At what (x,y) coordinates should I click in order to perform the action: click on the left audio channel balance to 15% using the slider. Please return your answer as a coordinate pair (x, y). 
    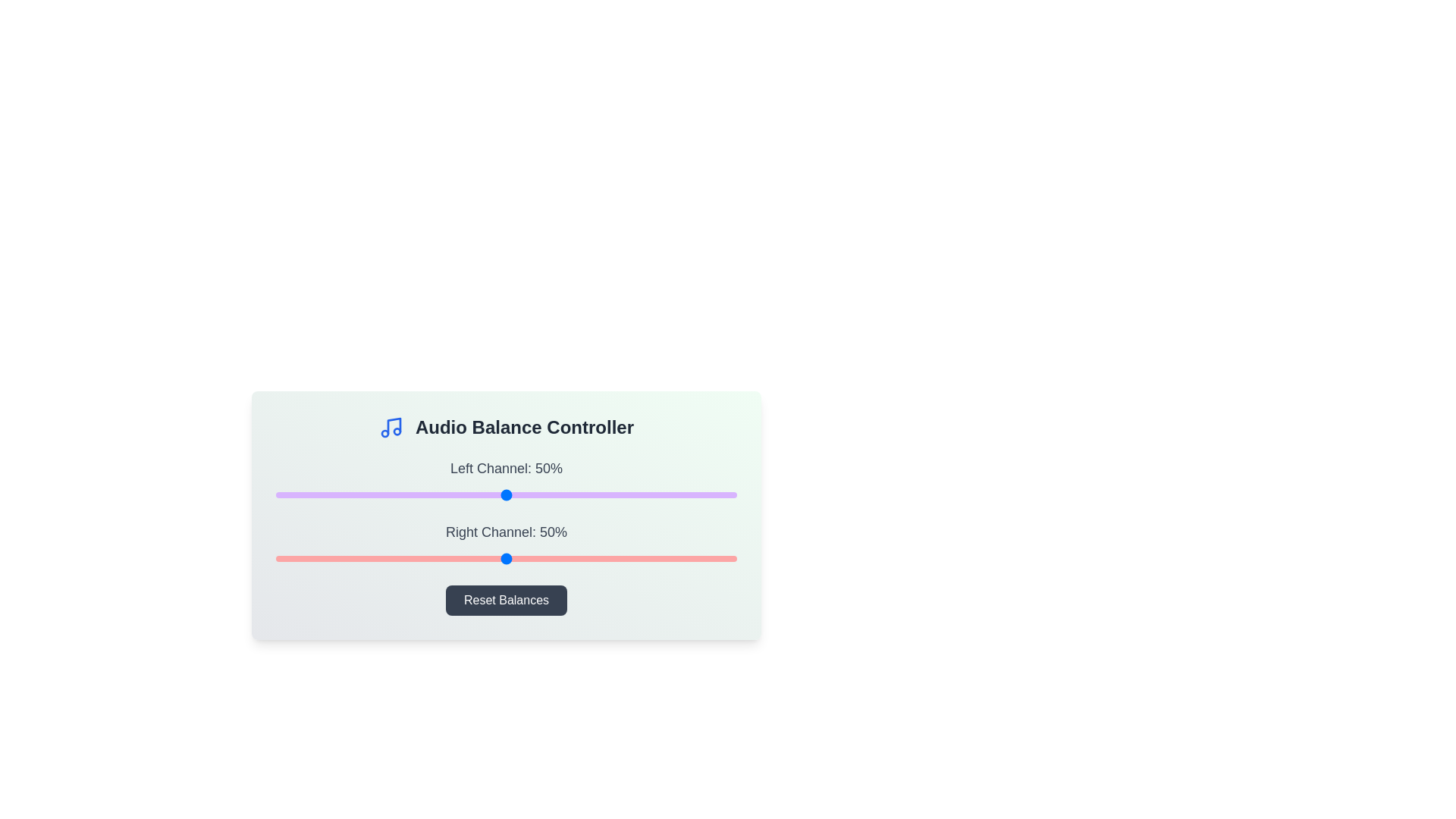
    Looking at the image, I should click on (344, 494).